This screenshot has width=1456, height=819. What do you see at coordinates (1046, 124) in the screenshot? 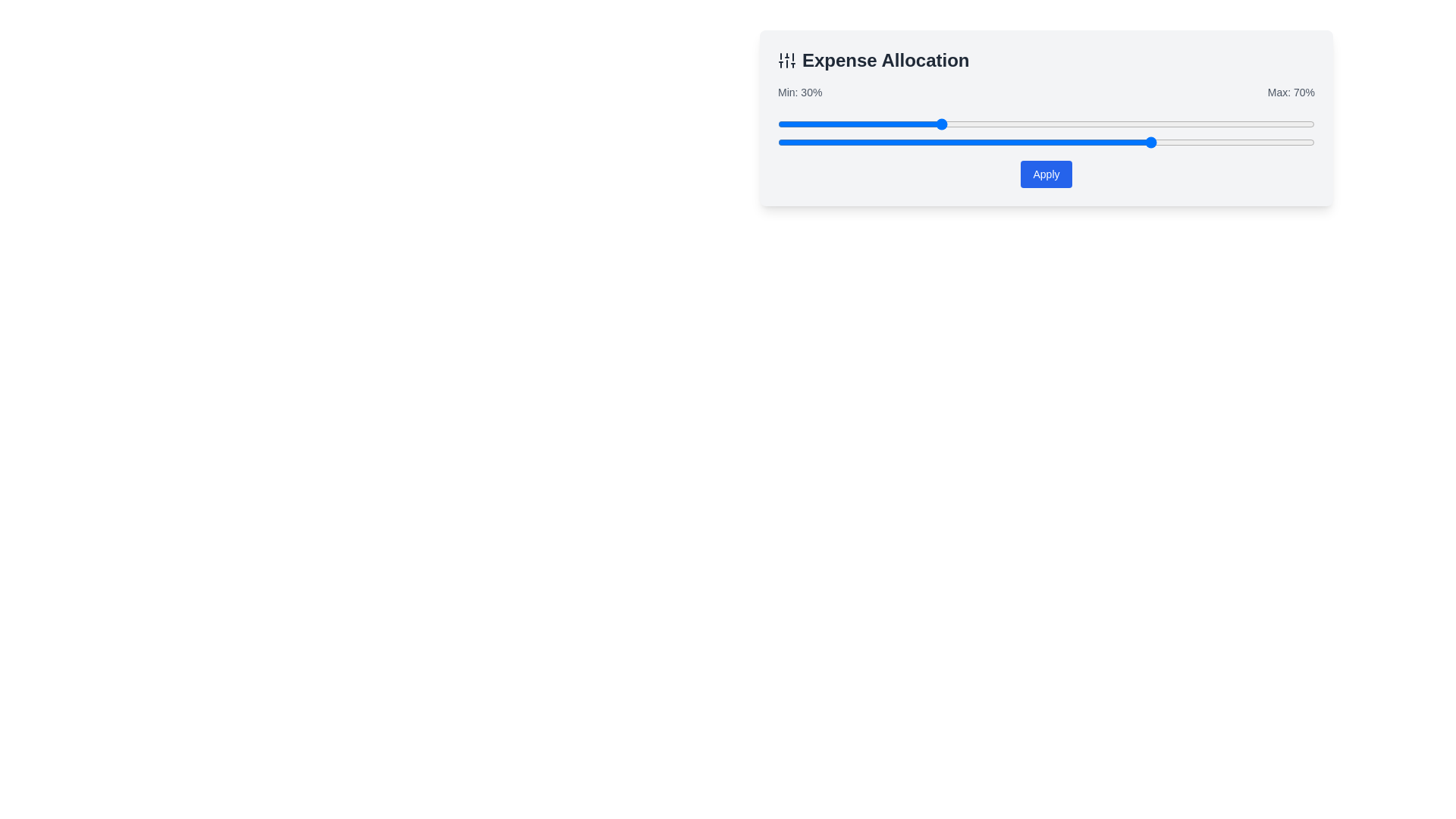
I see `the handle of the range slider in the 'Expense Allocation' card` at bounding box center [1046, 124].